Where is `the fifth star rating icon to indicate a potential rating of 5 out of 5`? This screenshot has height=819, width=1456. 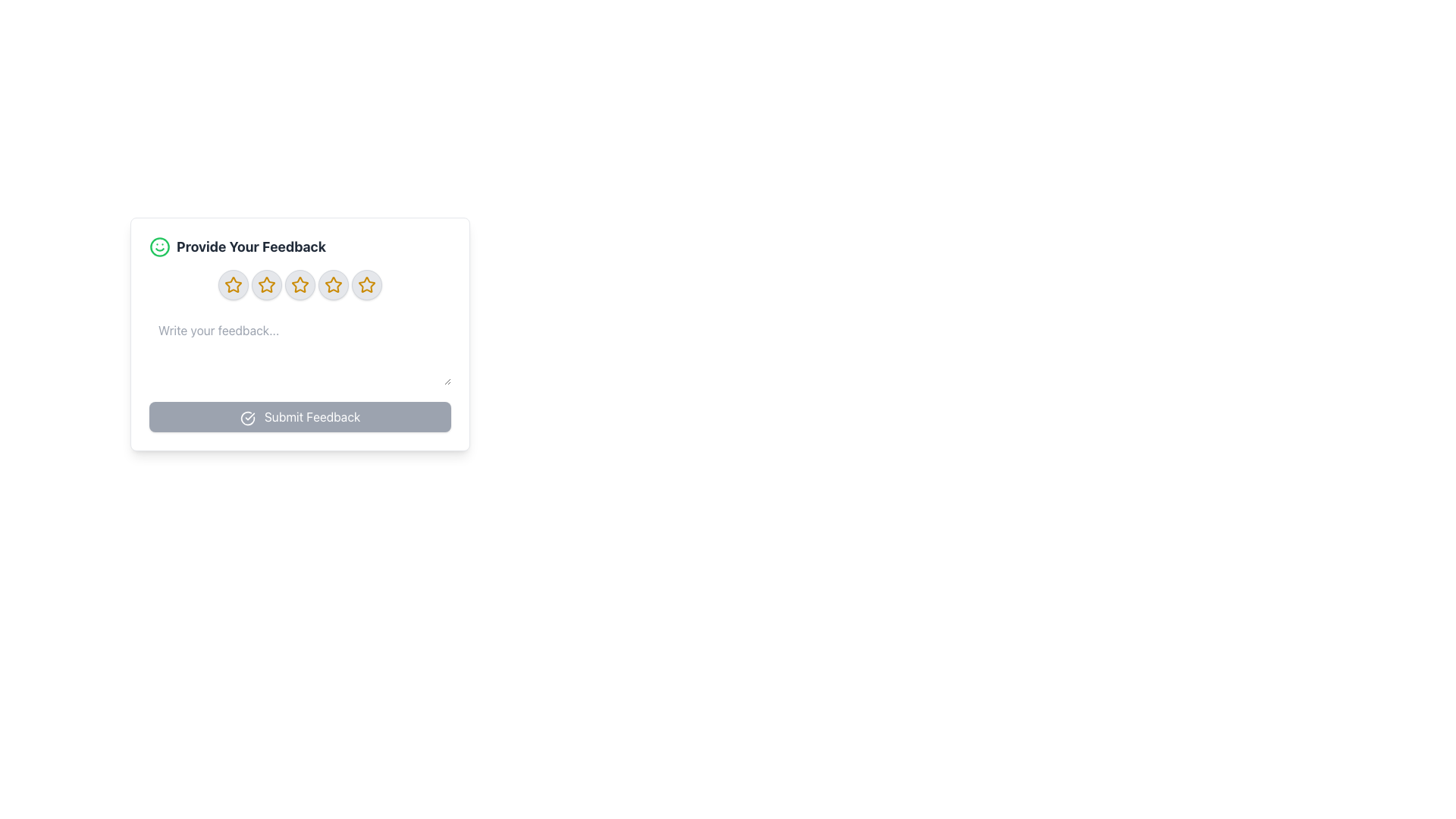
the fifth star rating icon to indicate a potential rating of 5 out of 5 is located at coordinates (367, 284).